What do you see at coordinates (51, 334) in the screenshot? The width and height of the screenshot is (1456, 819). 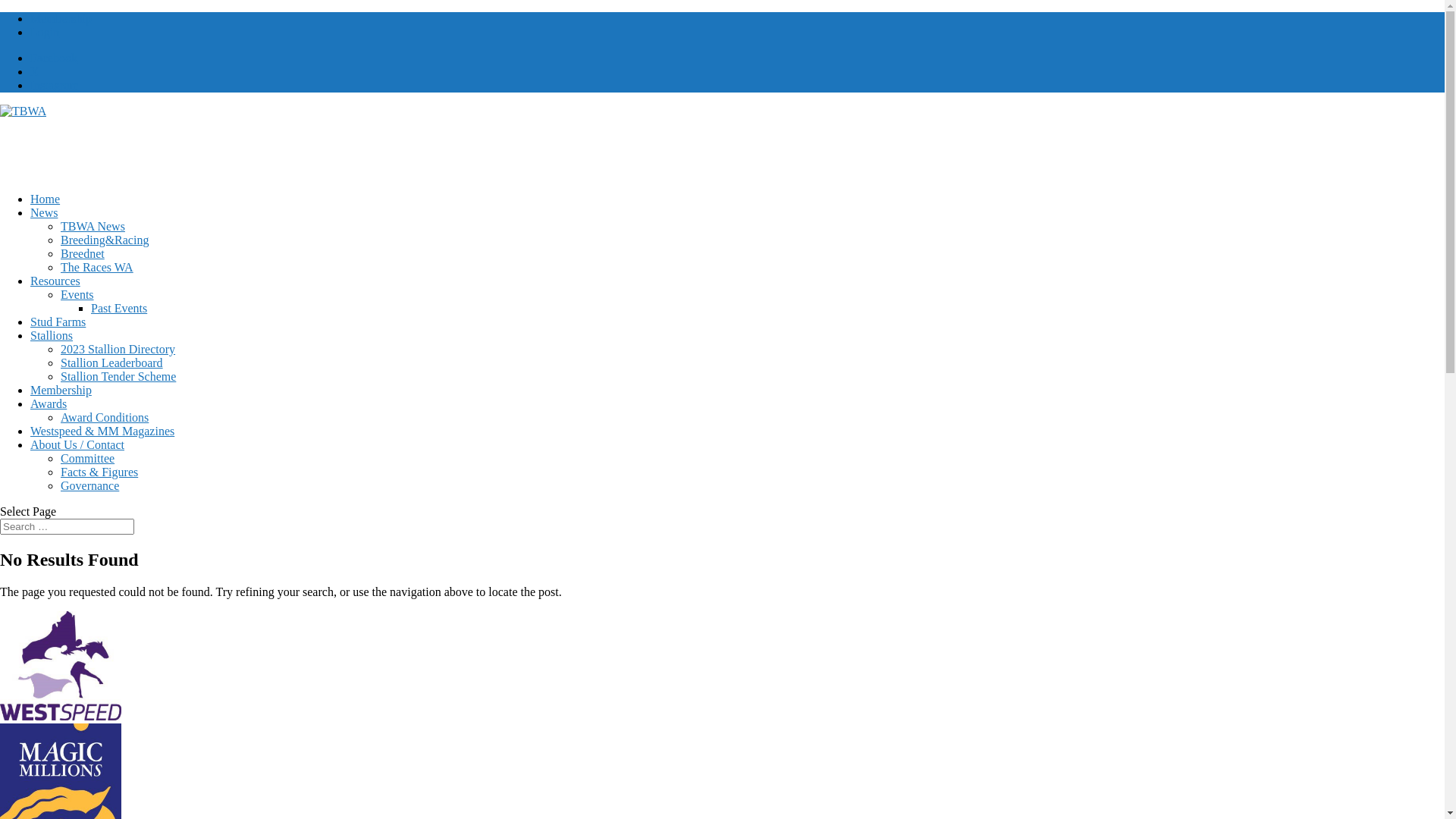 I see `'Stallions'` at bounding box center [51, 334].